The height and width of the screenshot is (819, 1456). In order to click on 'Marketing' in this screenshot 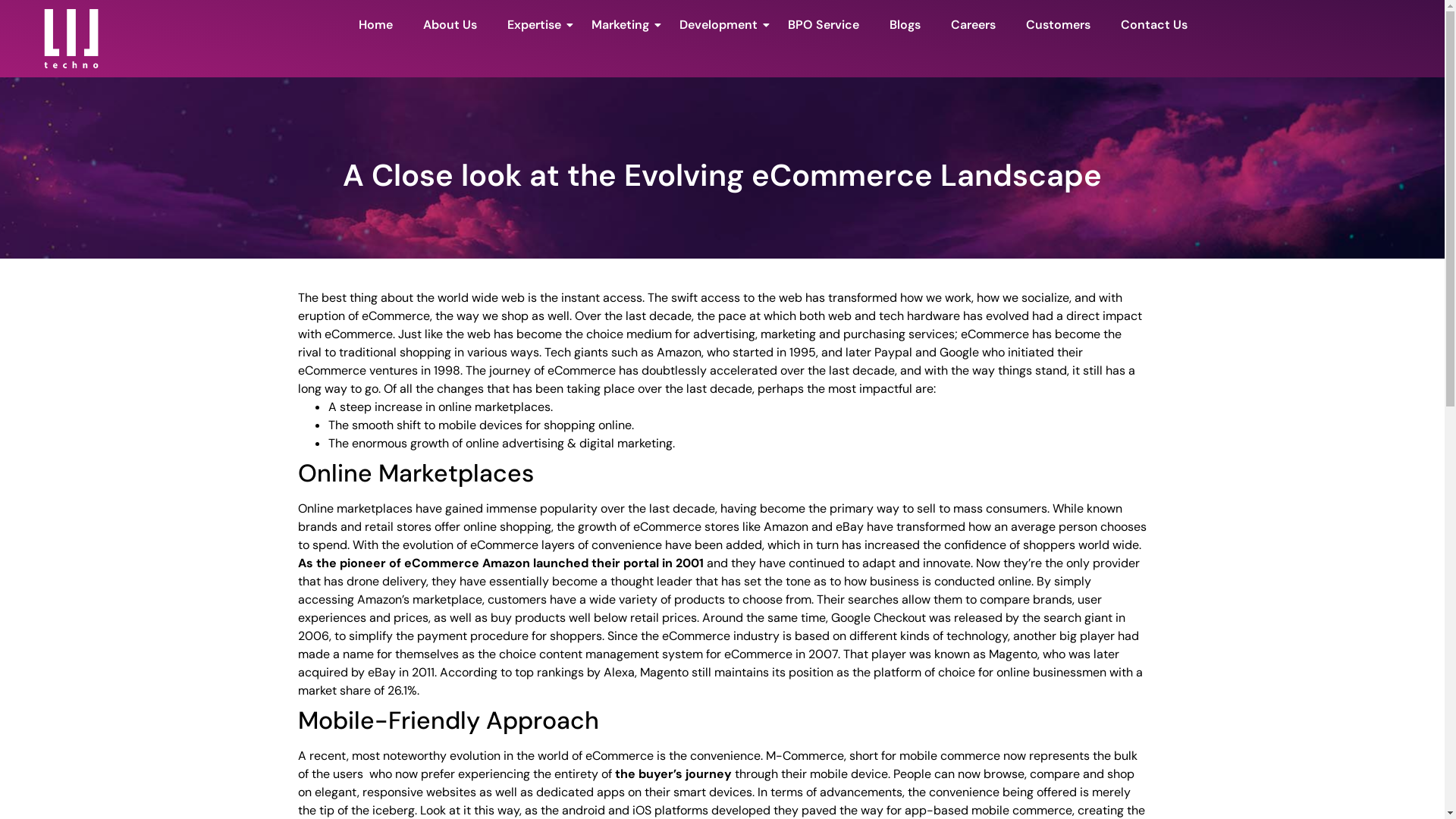, I will do `click(620, 26)`.